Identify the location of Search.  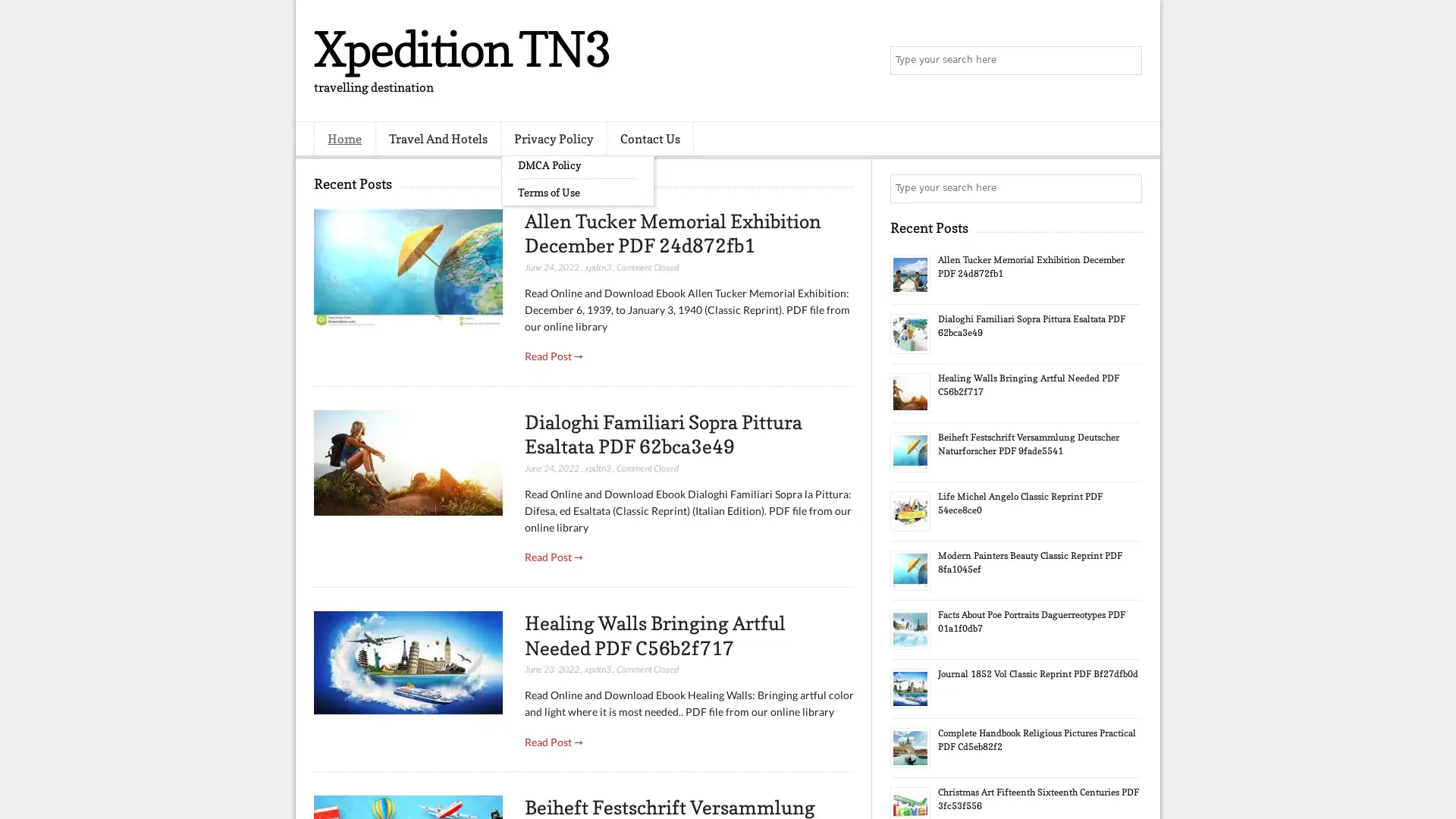
(1126, 188).